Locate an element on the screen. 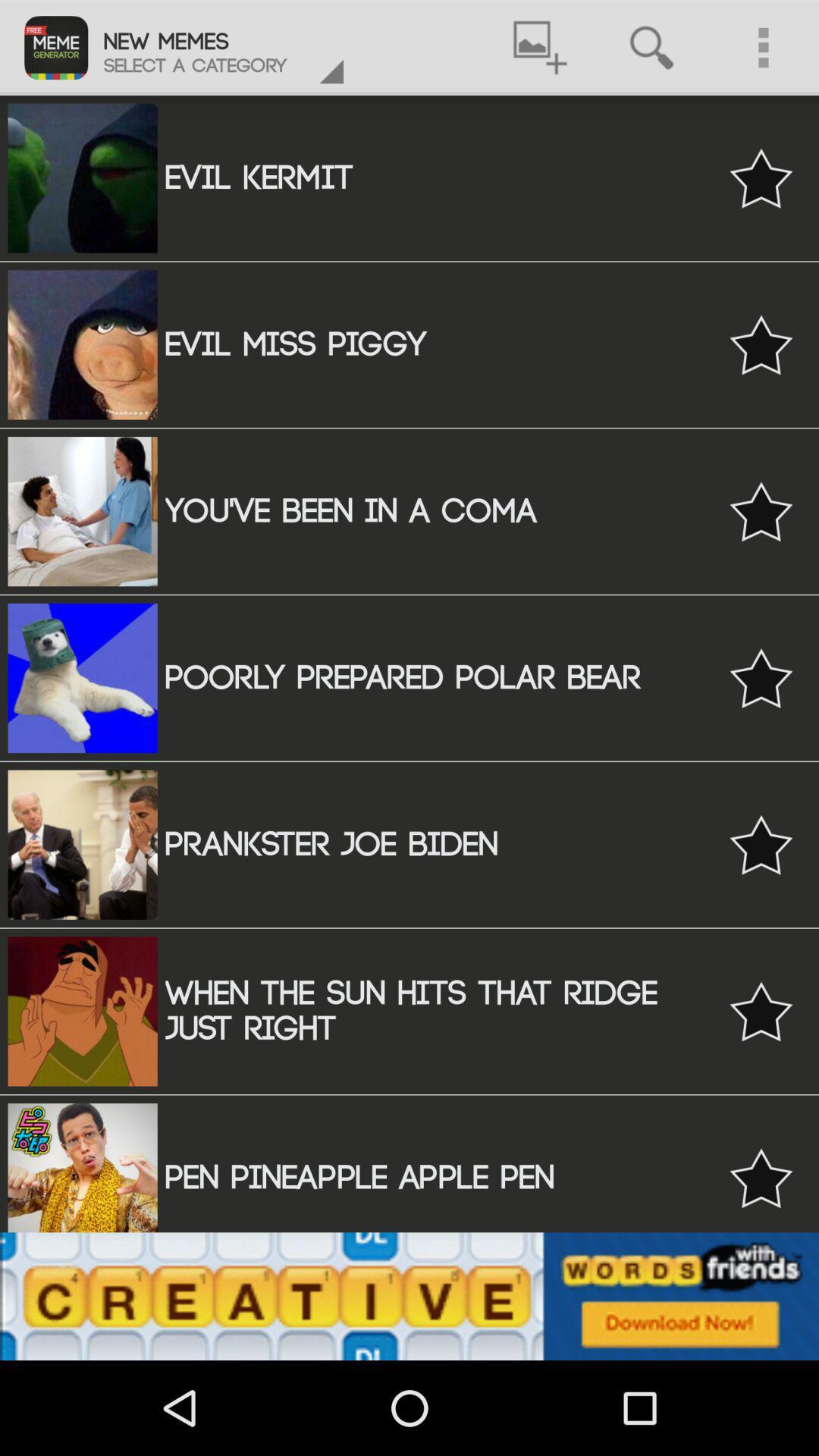 The width and height of the screenshot is (819, 1456). favourite option is located at coordinates (761, 1011).